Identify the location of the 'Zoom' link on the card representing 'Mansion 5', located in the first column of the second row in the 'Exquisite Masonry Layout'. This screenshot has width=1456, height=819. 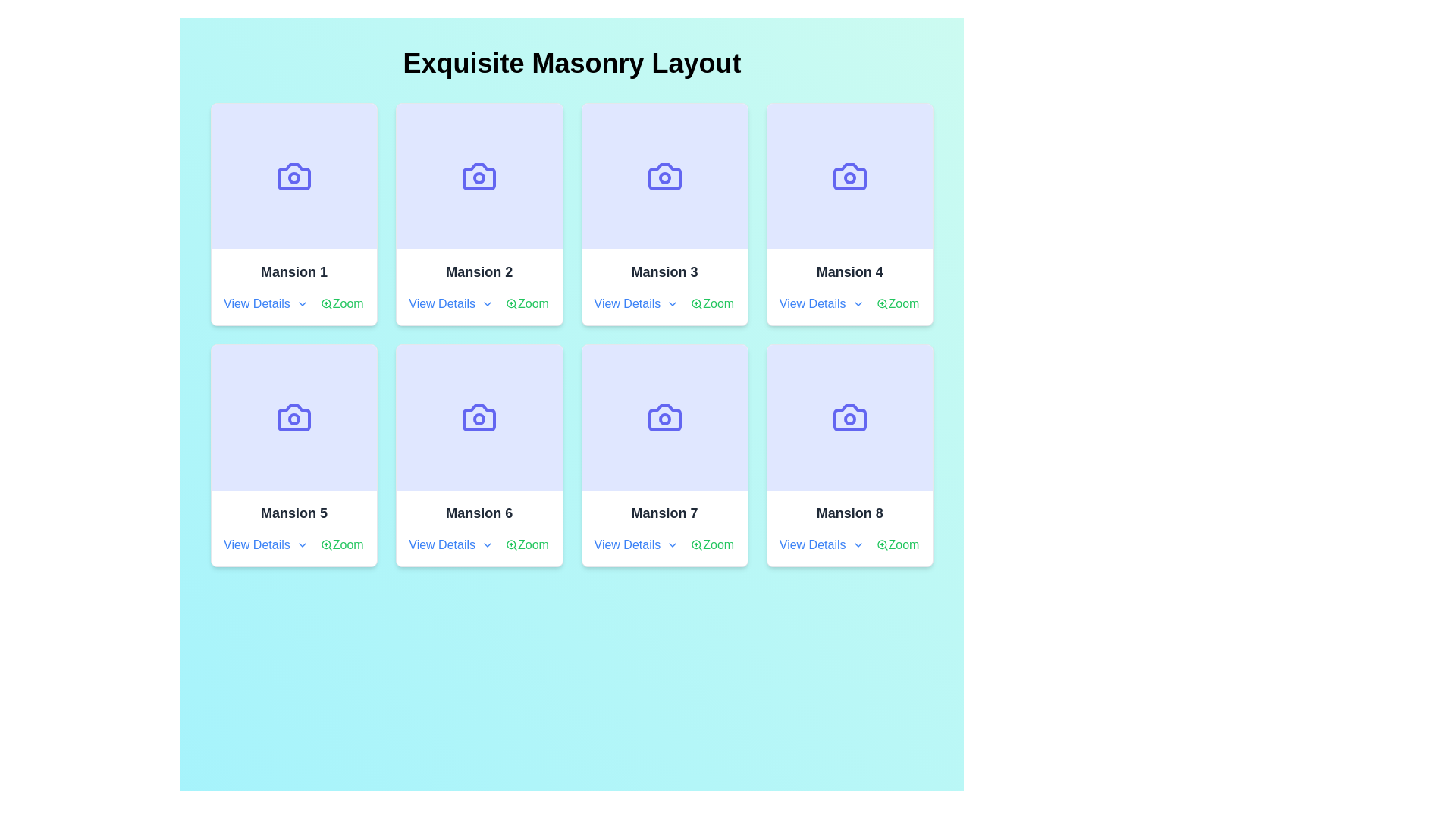
(294, 528).